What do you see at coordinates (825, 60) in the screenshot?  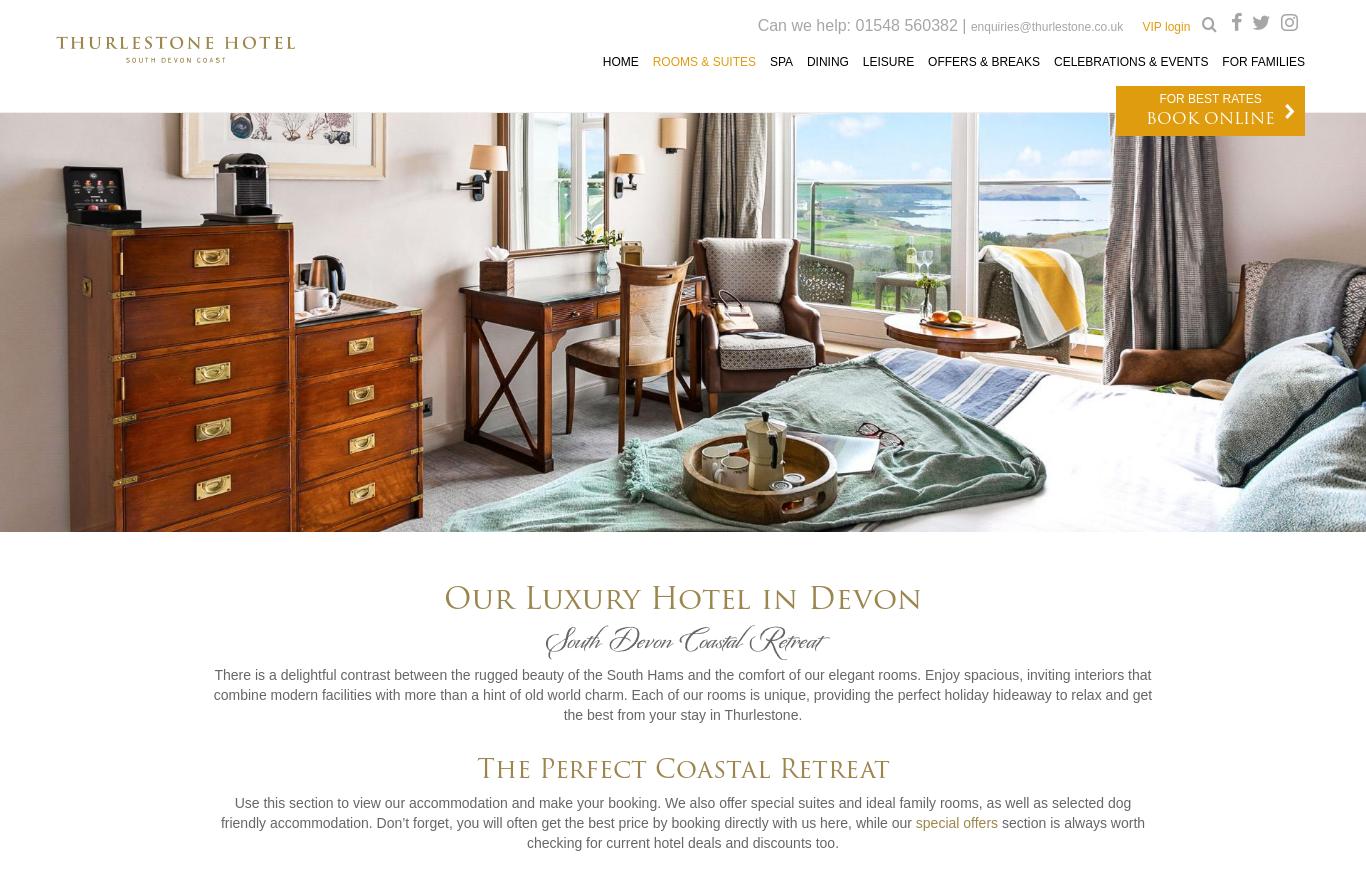 I see `'Dining'` at bounding box center [825, 60].